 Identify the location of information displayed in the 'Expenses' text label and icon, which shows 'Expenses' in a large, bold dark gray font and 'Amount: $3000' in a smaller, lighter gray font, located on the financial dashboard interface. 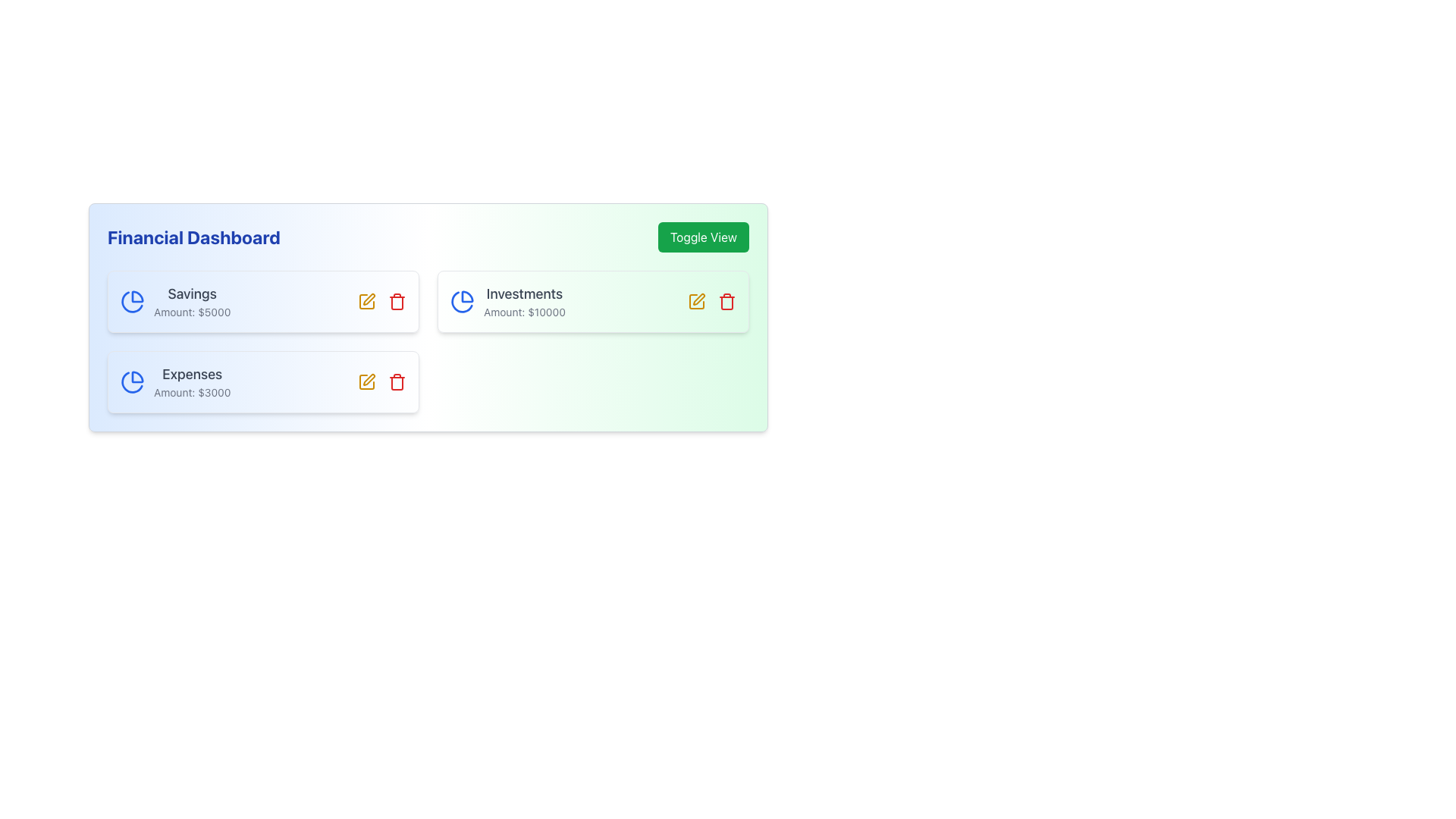
(175, 381).